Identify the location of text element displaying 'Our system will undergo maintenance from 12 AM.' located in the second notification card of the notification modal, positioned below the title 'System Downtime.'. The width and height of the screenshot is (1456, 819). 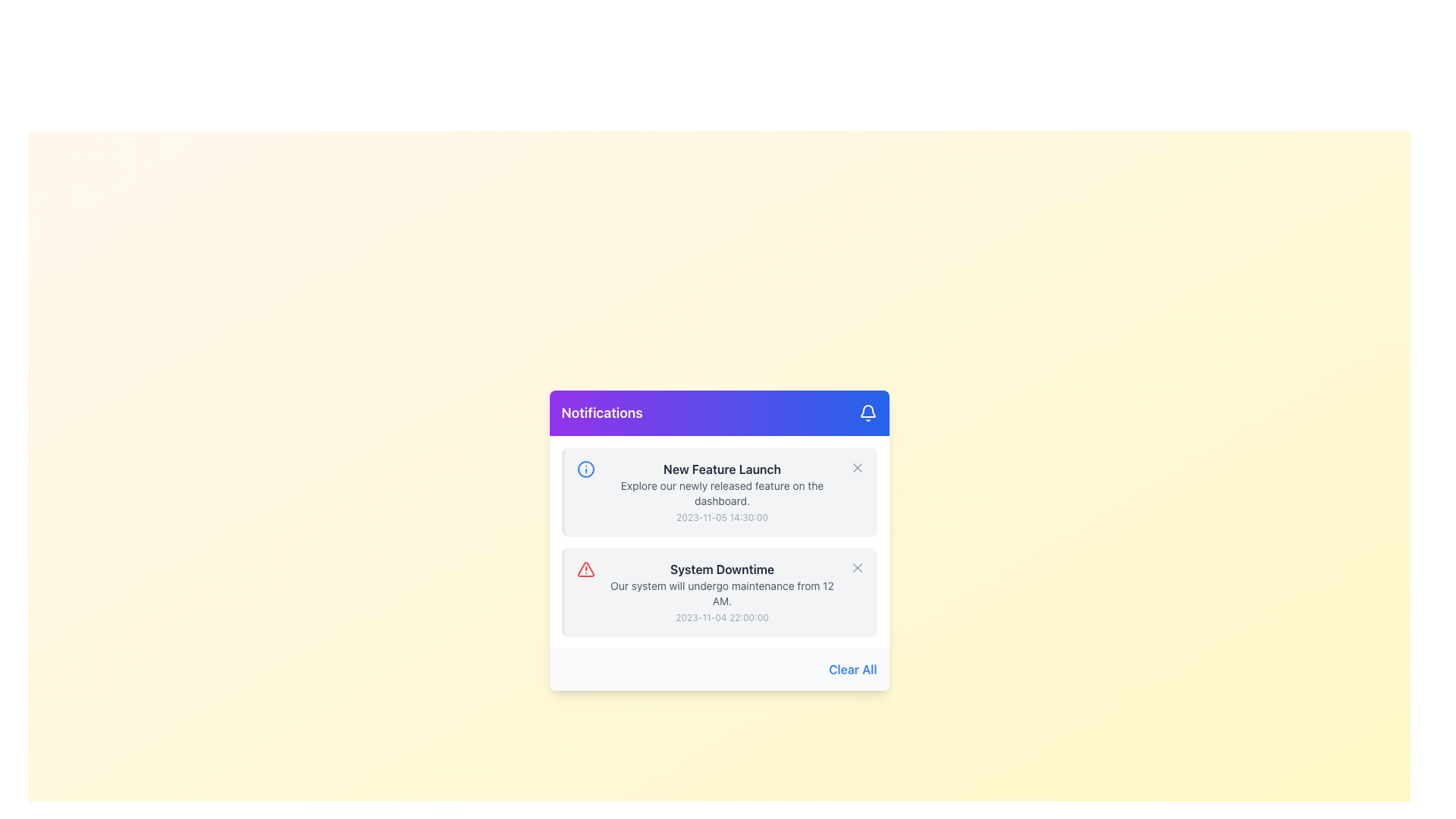
(721, 593).